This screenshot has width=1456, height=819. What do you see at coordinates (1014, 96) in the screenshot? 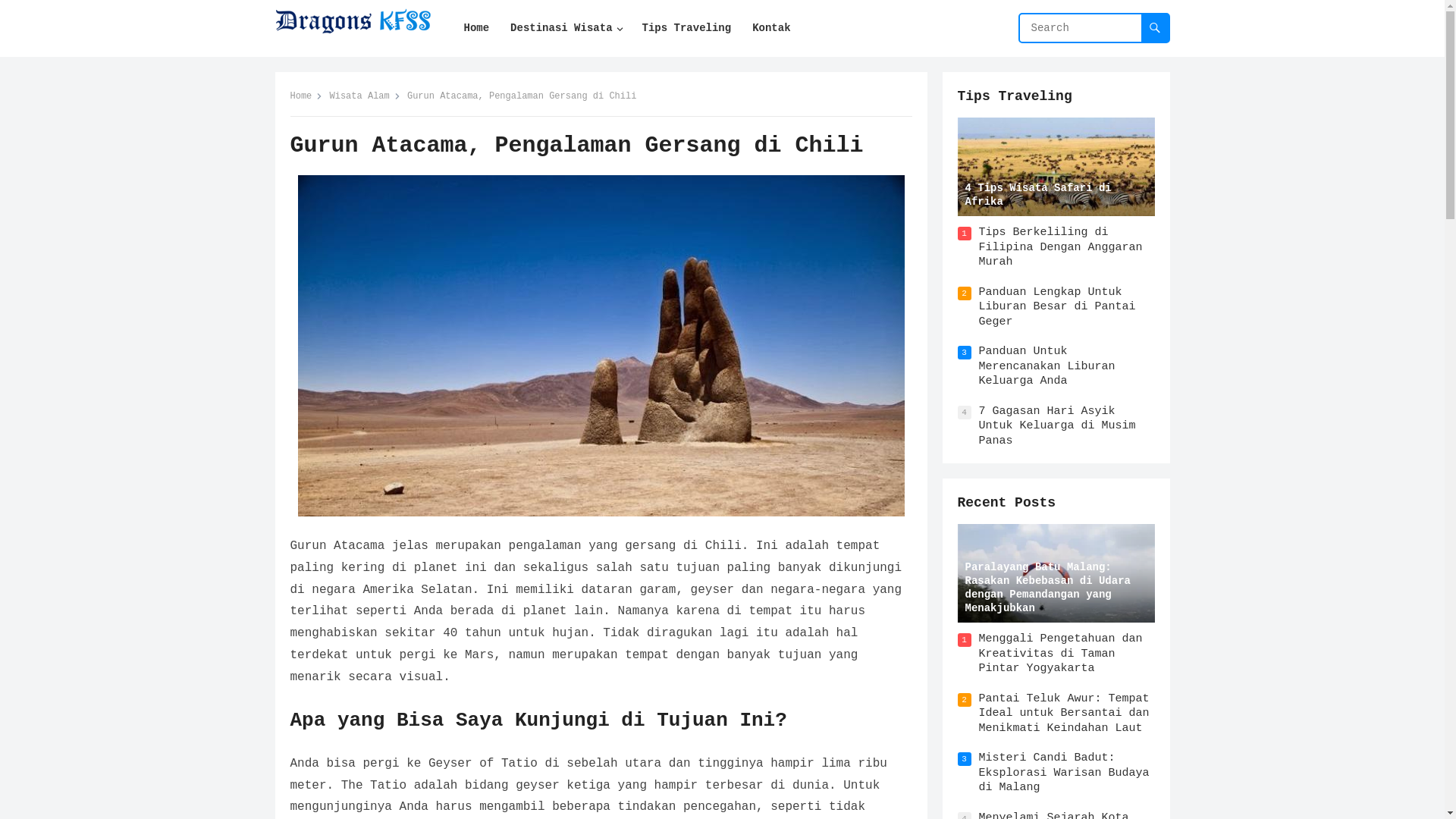
I see `'Tips Traveling'` at bounding box center [1014, 96].